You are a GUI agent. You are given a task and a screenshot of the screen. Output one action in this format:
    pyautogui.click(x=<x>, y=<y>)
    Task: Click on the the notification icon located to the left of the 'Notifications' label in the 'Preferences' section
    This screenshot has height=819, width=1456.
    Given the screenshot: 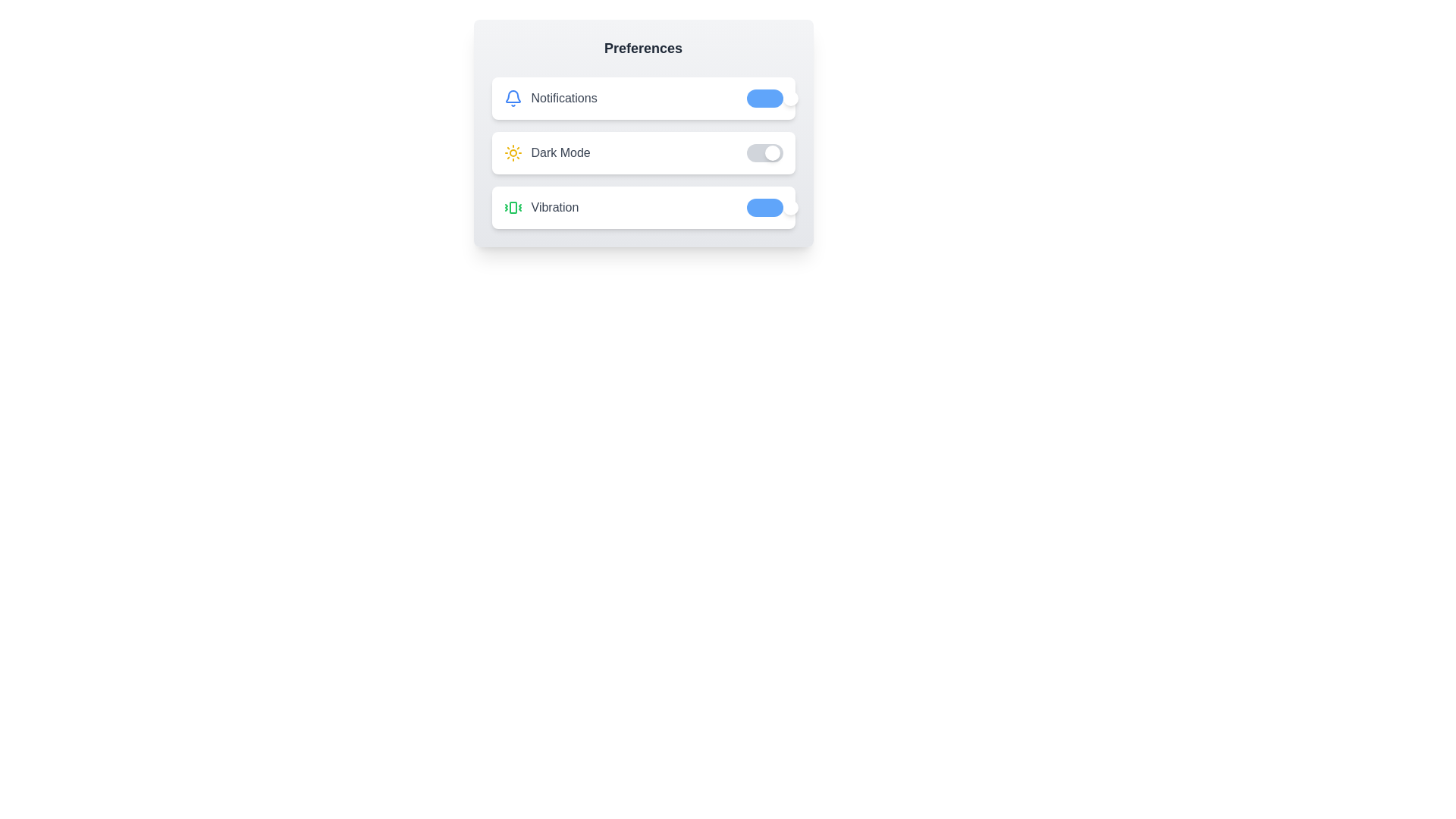 What is the action you would take?
    pyautogui.click(x=513, y=96)
    